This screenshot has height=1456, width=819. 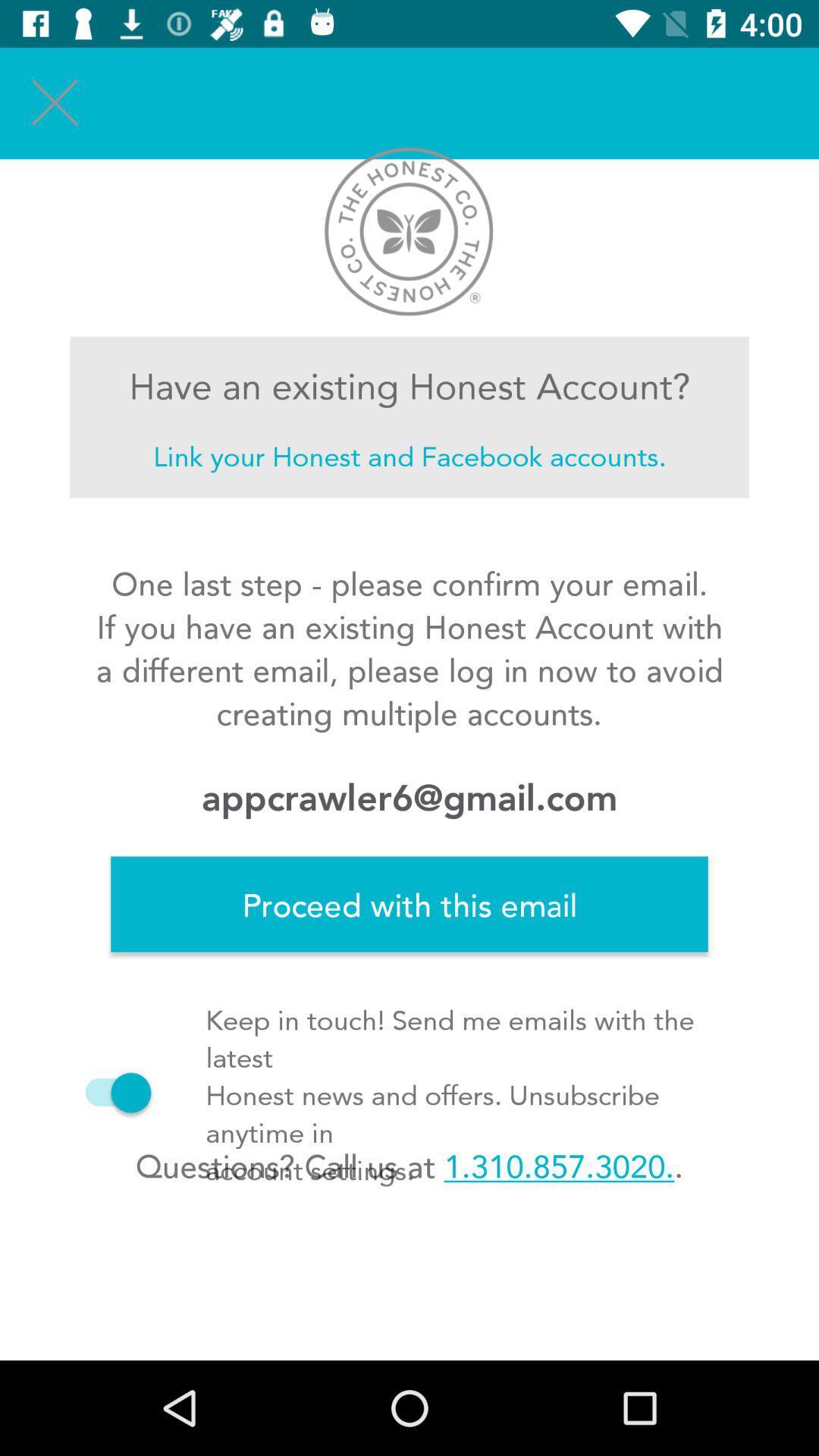 What do you see at coordinates (409, 904) in the screenshot?
I see `proceed with this item` at bounding box center [409, 904].